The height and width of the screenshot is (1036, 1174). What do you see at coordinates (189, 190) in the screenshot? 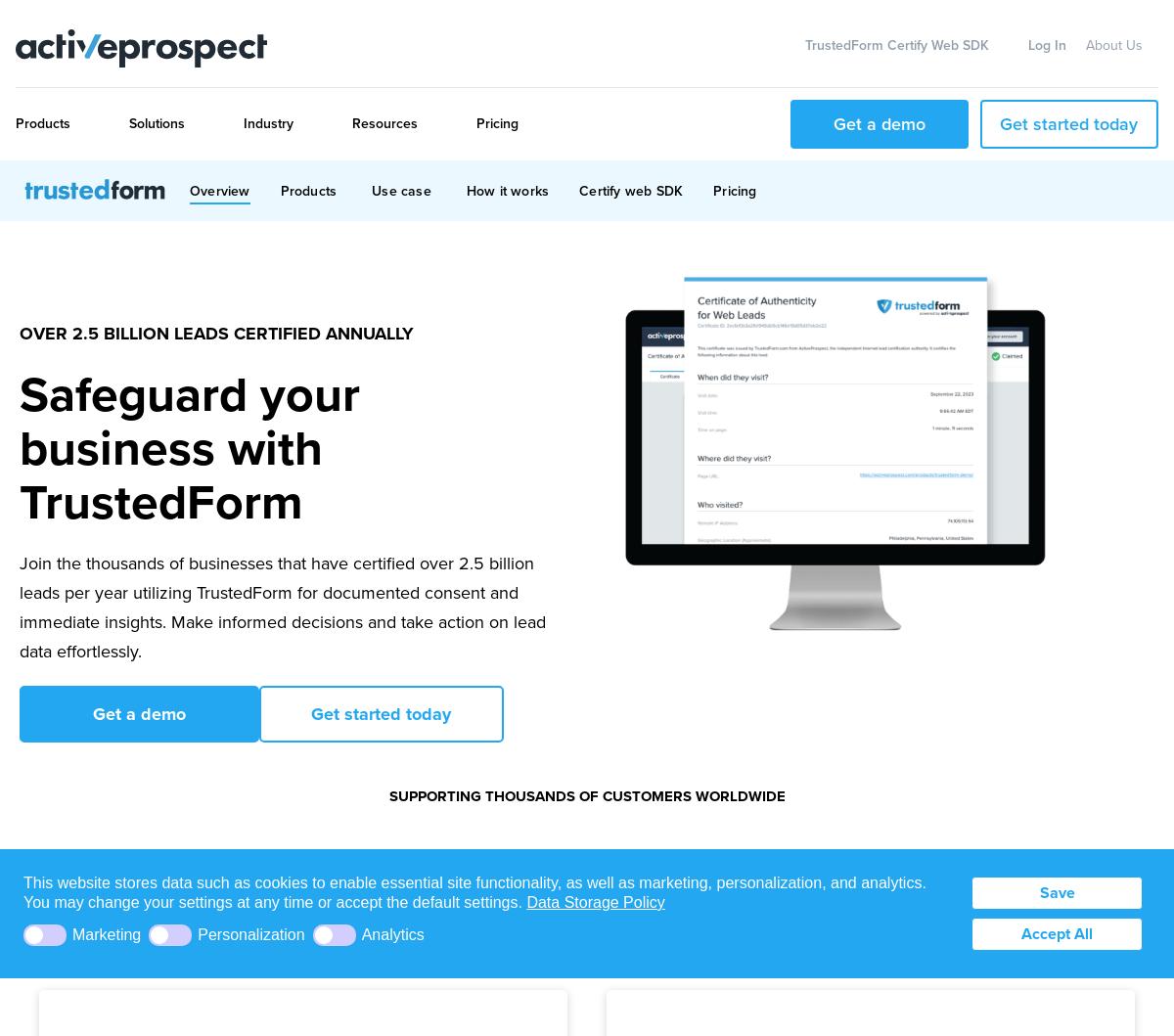
I see `'Overview'` at bounding box center [189, 190].